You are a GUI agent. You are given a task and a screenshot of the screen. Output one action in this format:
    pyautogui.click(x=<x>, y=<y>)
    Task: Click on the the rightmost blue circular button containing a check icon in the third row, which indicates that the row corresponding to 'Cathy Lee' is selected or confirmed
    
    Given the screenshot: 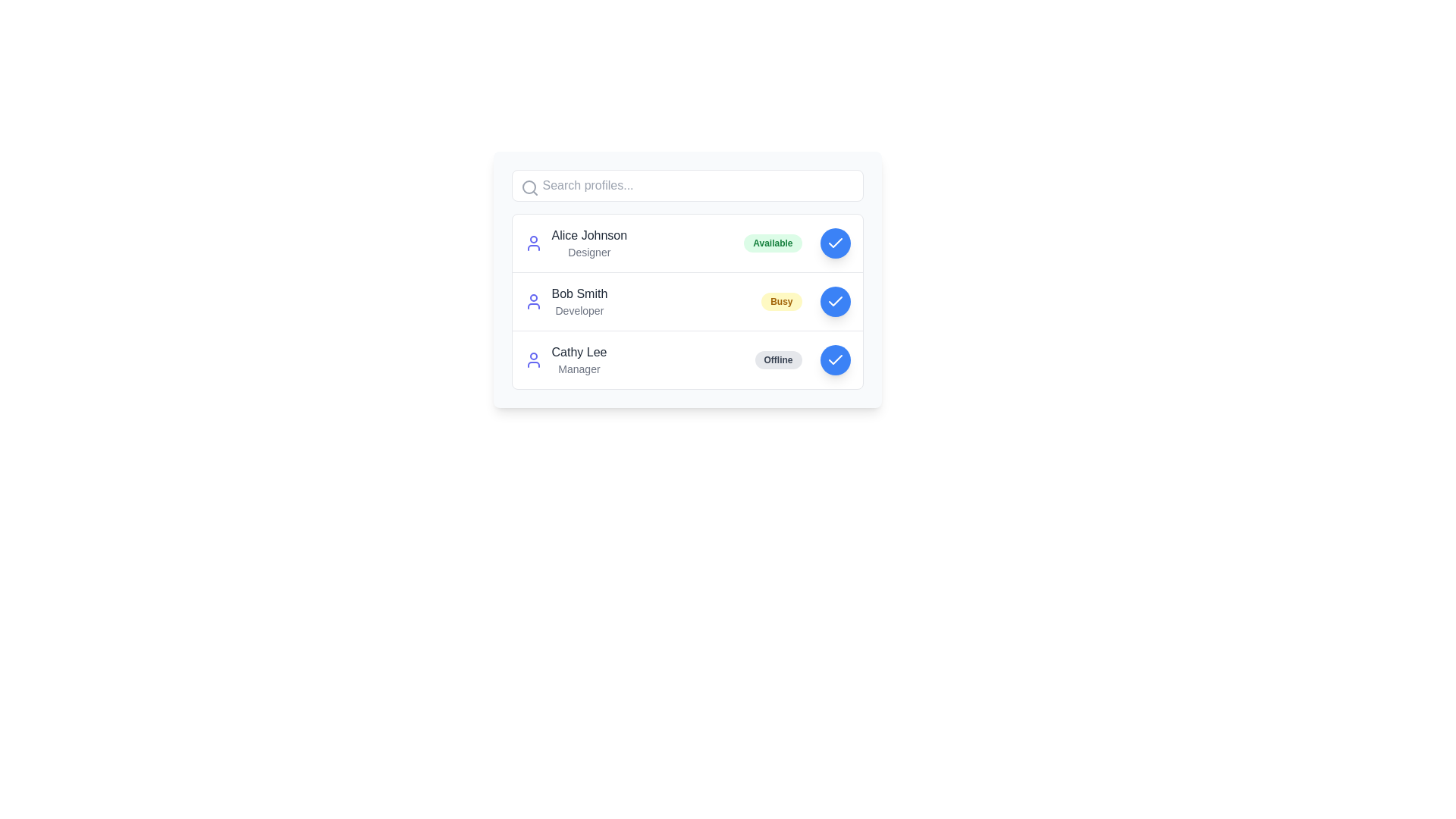 What is the action you would take?
    pyautogui.click(x=834, y=359)
    